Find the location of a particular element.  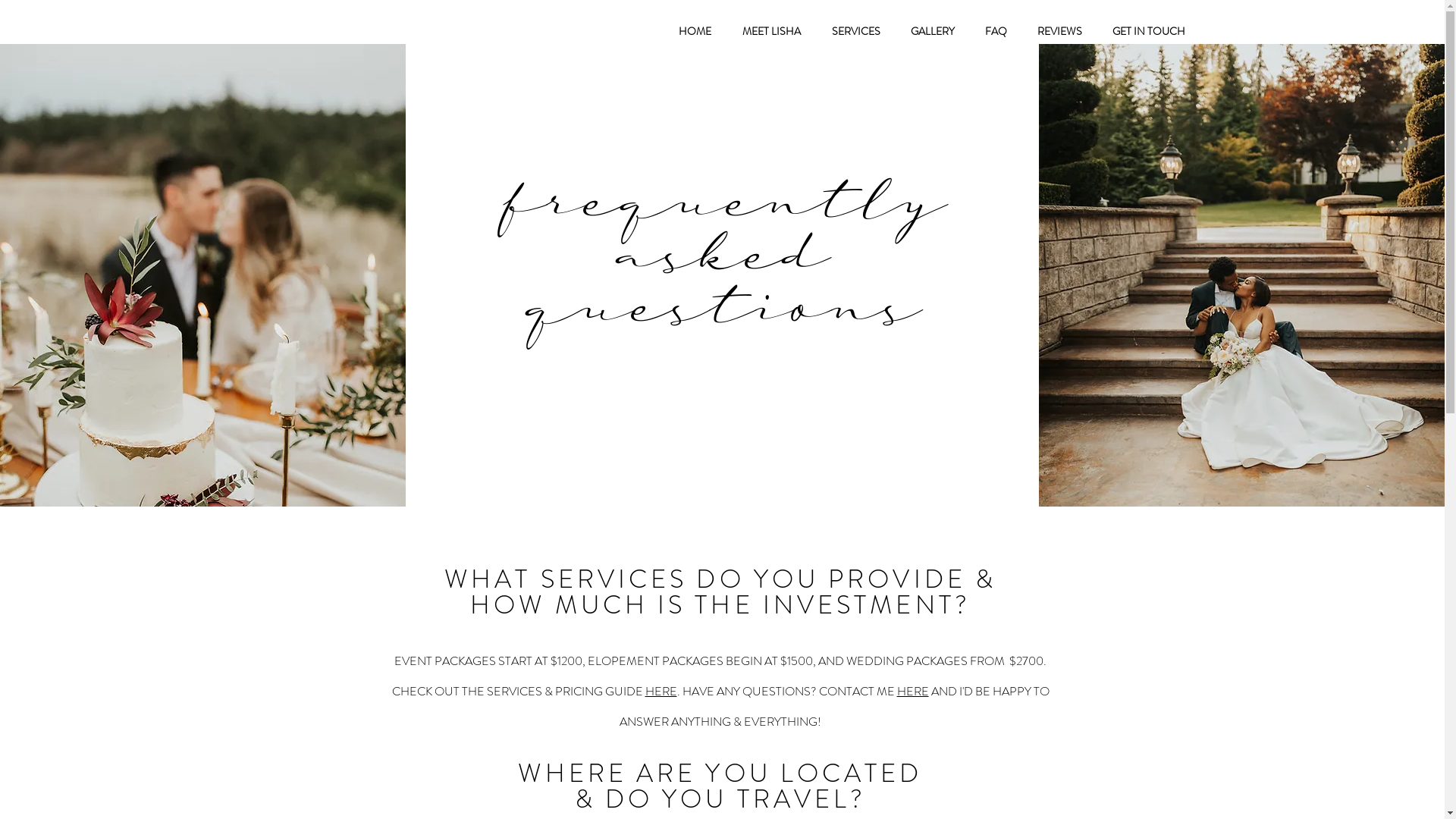

'REVIEWS' is located at coordinates (1022, 31).